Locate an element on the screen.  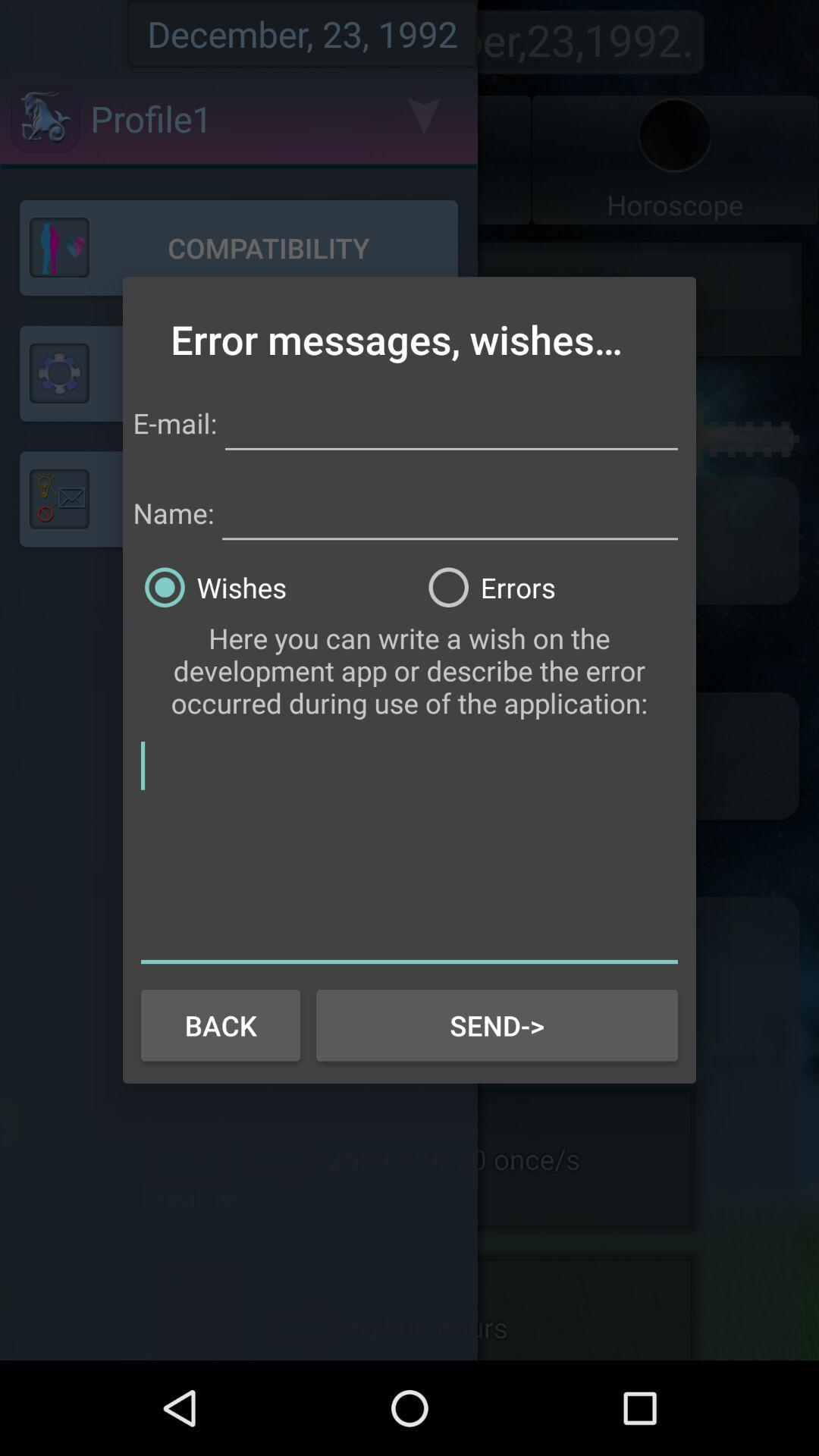
the button next to the back is located at coordinates (497, 1025).